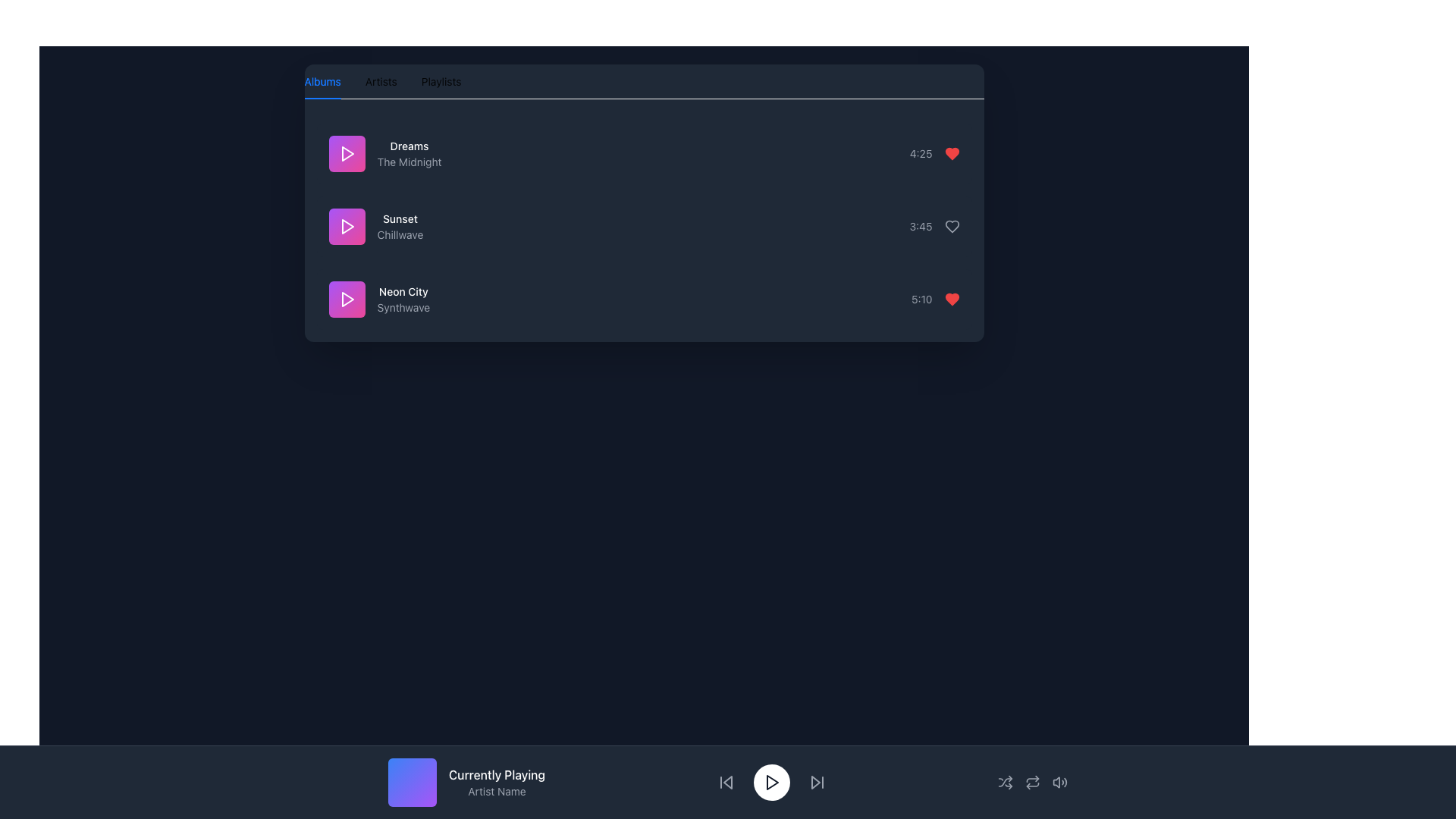 The width and height of the screenshot is (1456, 819). What do you see at coordinates (385, 154) in the screenshot?
I see `the text display that shows the title and artist information for the first media item in the list` at bounding box center [385, 154].